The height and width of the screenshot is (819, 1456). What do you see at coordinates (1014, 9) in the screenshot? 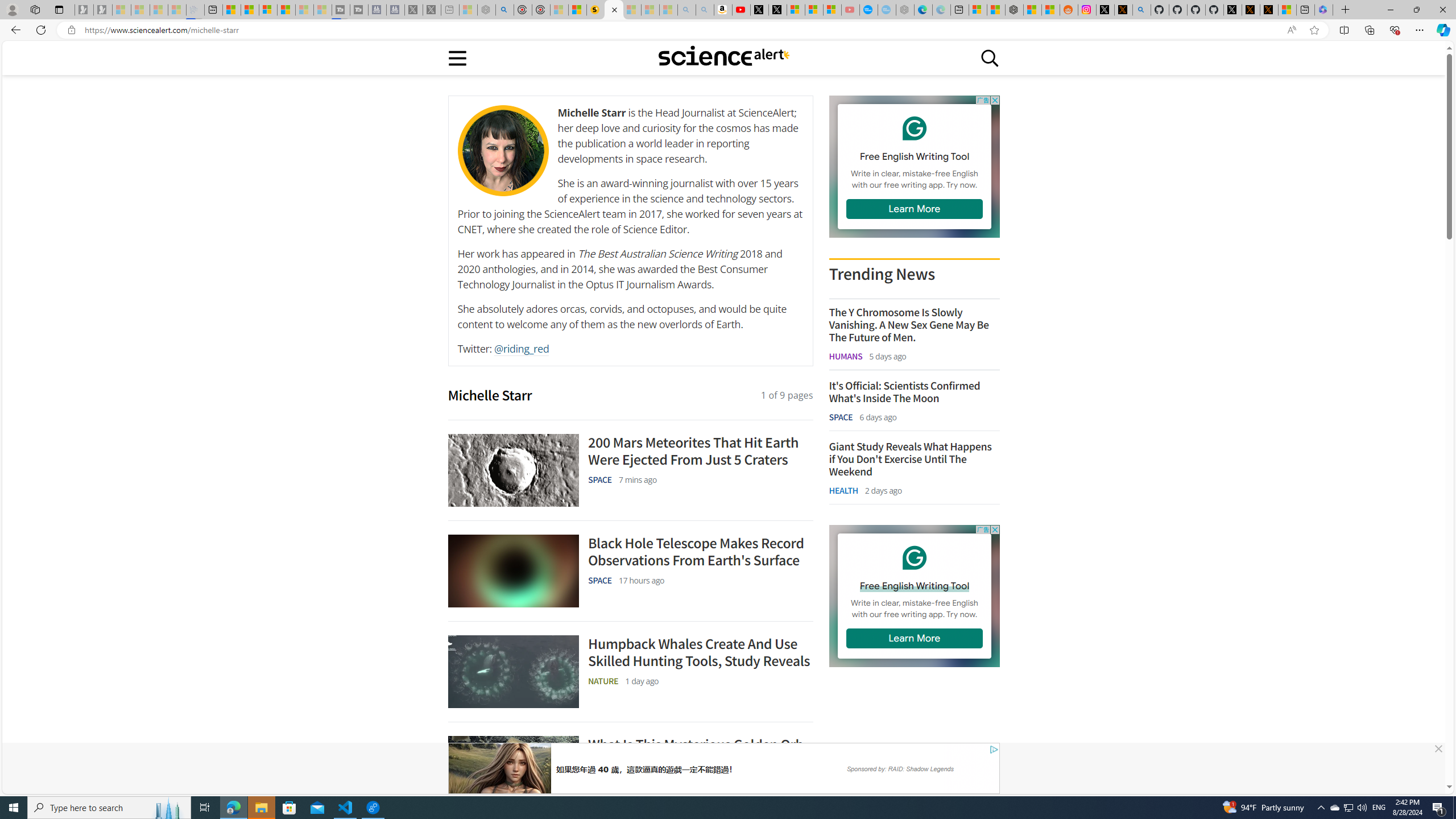
I see `'Nordace - Duffels'` at bounding box center [1014, 9].